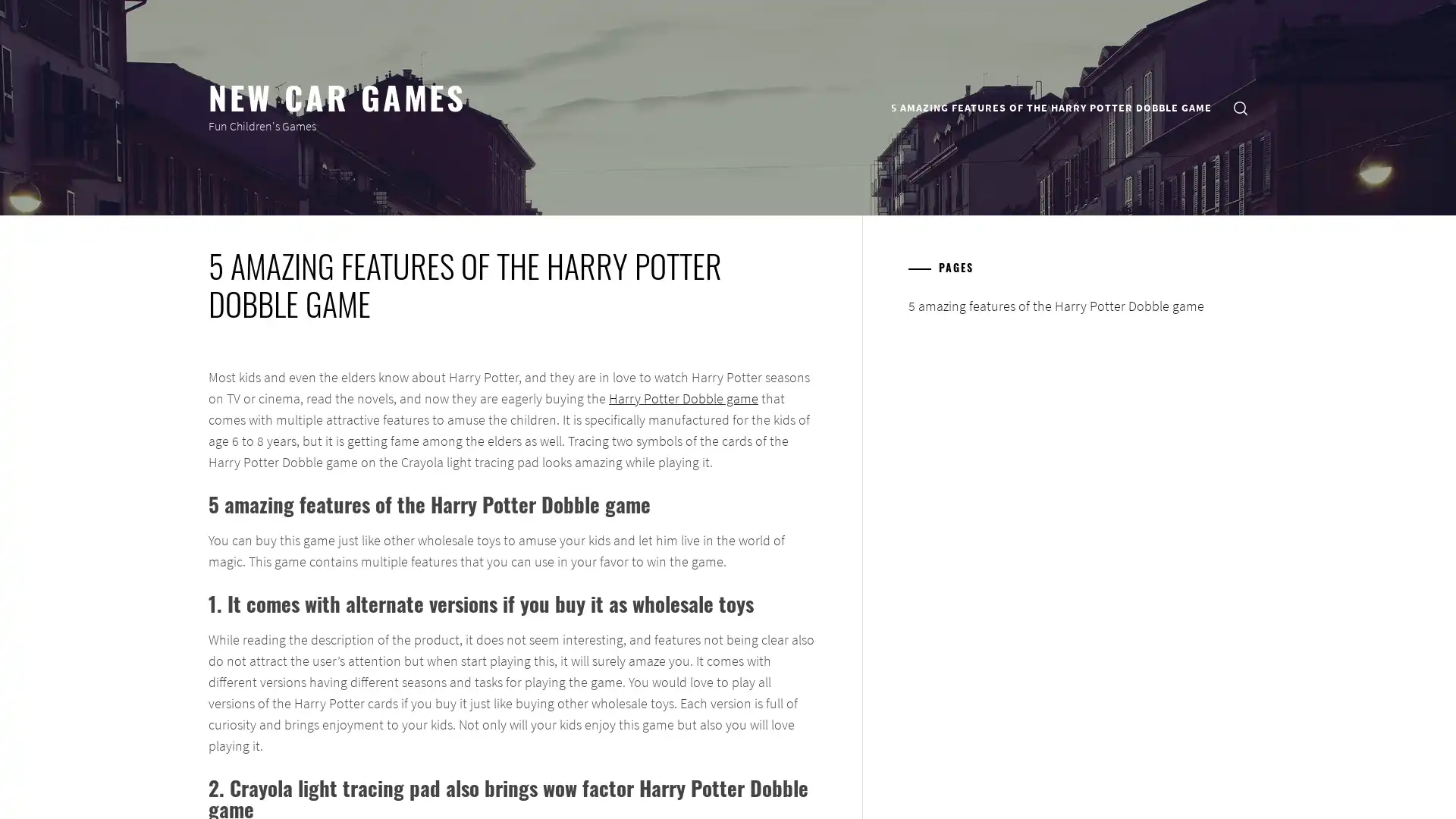 This screenshot has height=819, width=1456. Describe the element at coordinates (1241, 106) in the screenshot. I see `search` at that location.